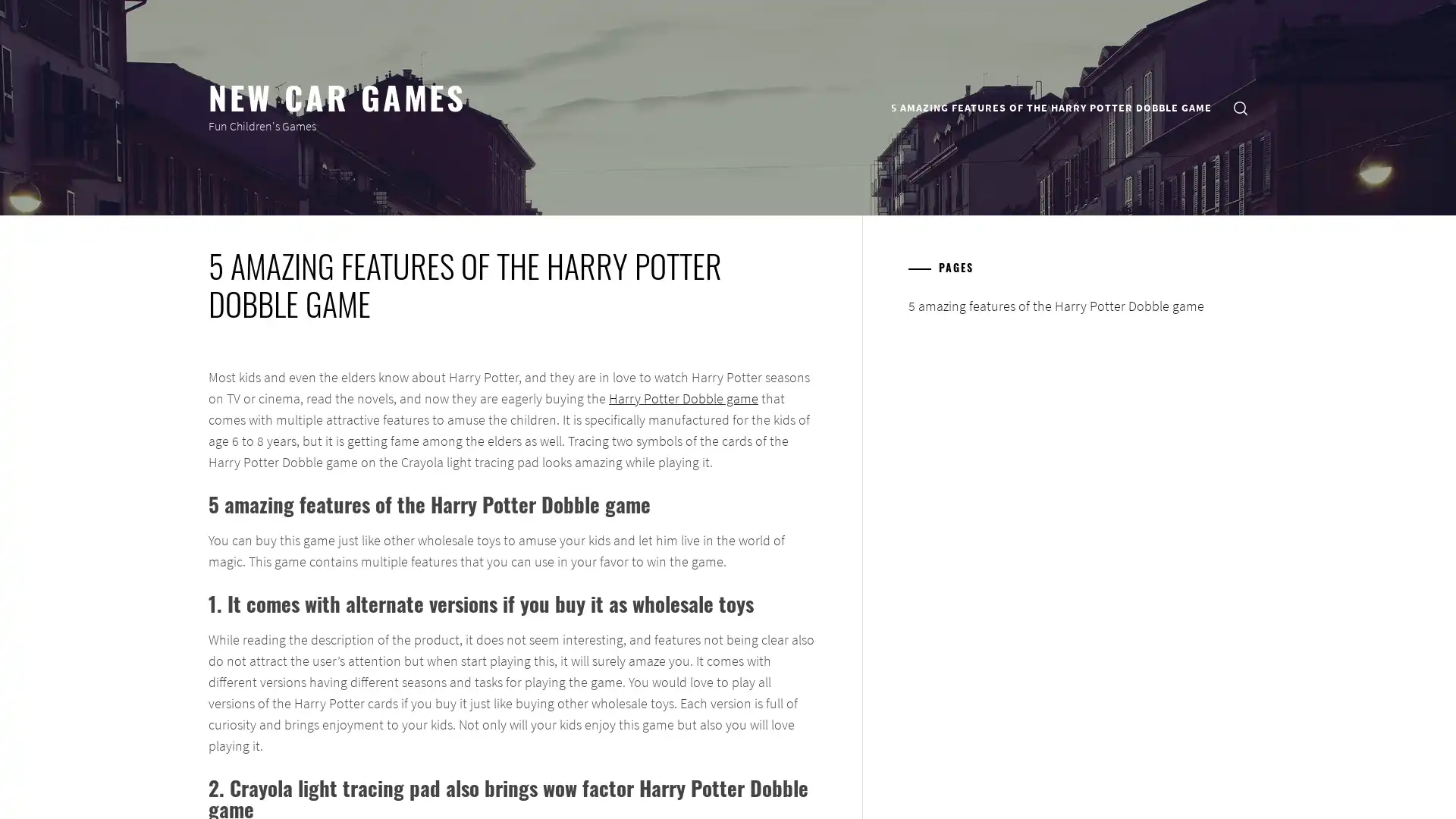 This screenshot has height=819, width=1456. Describe the element at coordinates (1241, 106) in the screenshot. I see `search` at that location.